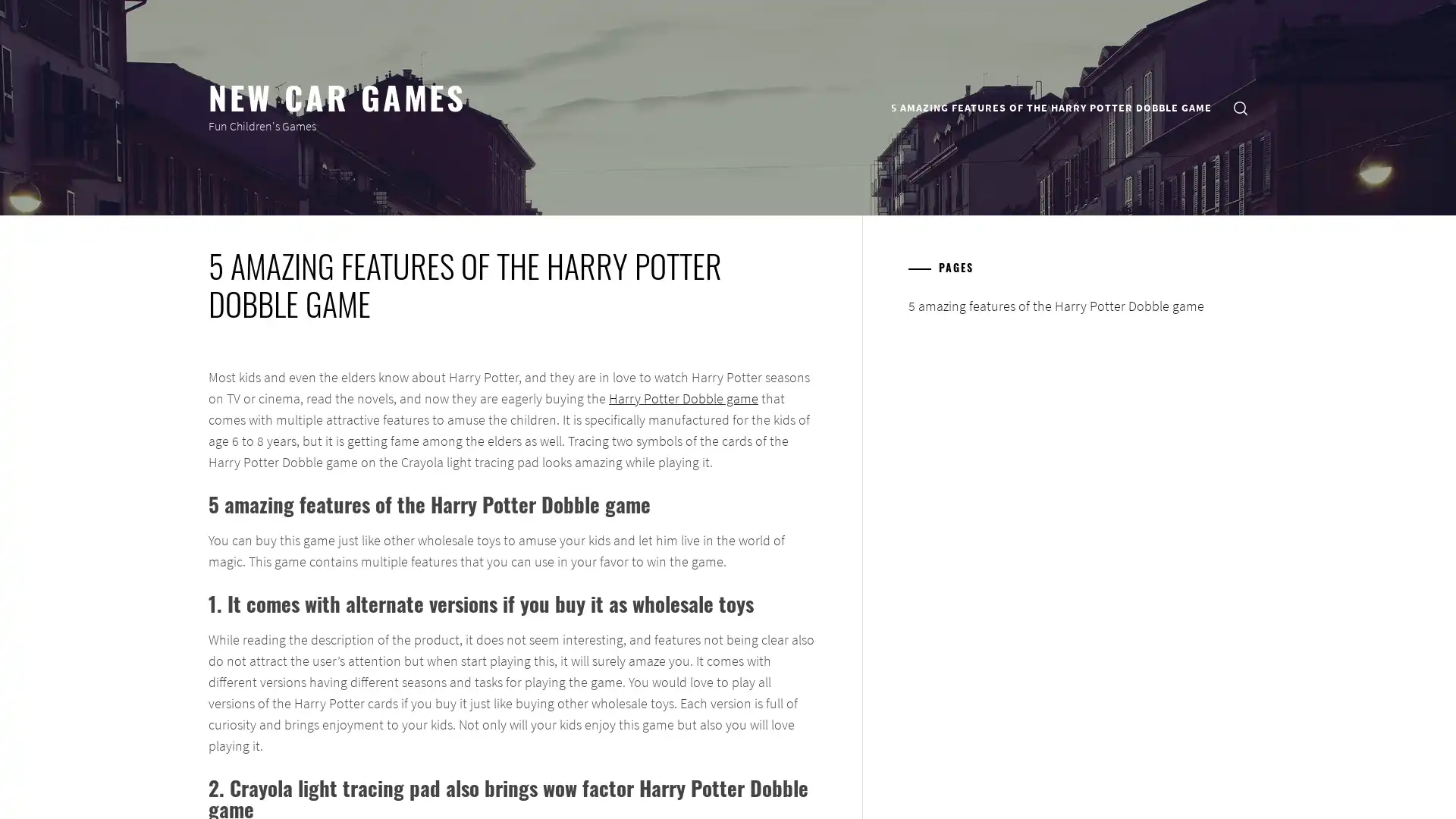 This screenshot has height=819, width=1456. Describe the element at coordinates (1241, 106) in the screenshot. I see `search` at that location.